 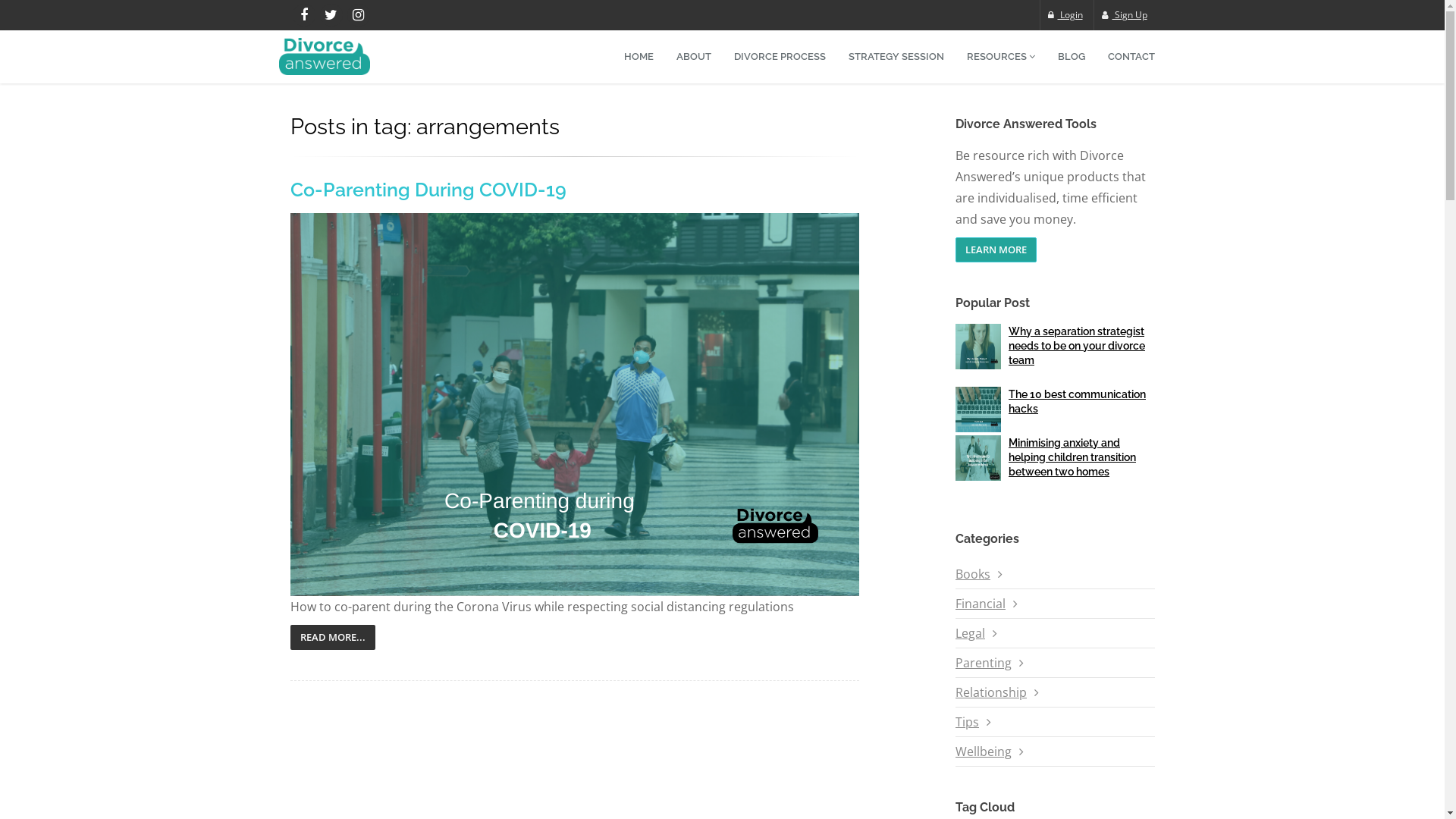 What do you see at coordinates (990, 692) in the screenshot?
I see `'Relationship'` at bounding box center [990, 692].